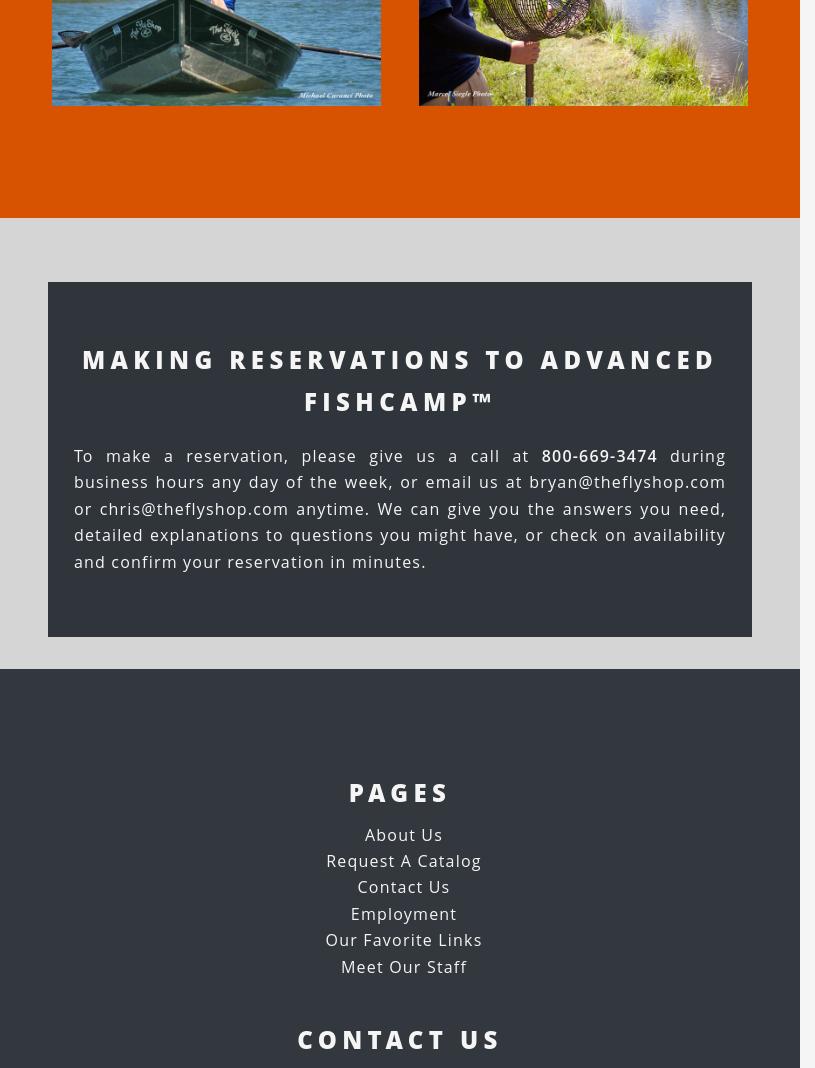  What do you see at coordinates (193, 508) in the screenshot?
I see `'chris@theflyshop.com'` at bounding box center [193, 508].